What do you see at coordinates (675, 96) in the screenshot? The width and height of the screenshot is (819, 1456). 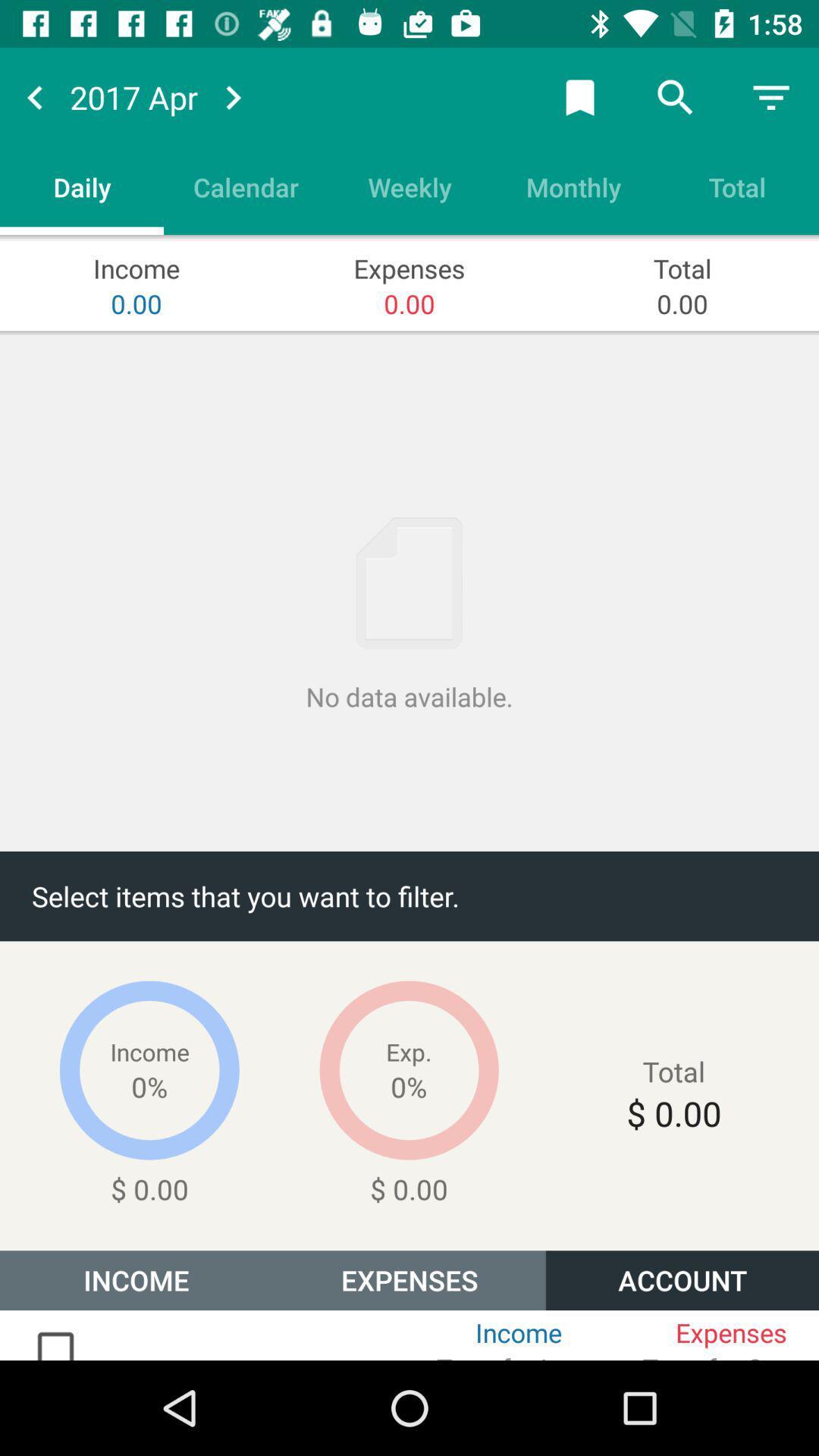 I see `the search icon` at bounding box center [675, 96].